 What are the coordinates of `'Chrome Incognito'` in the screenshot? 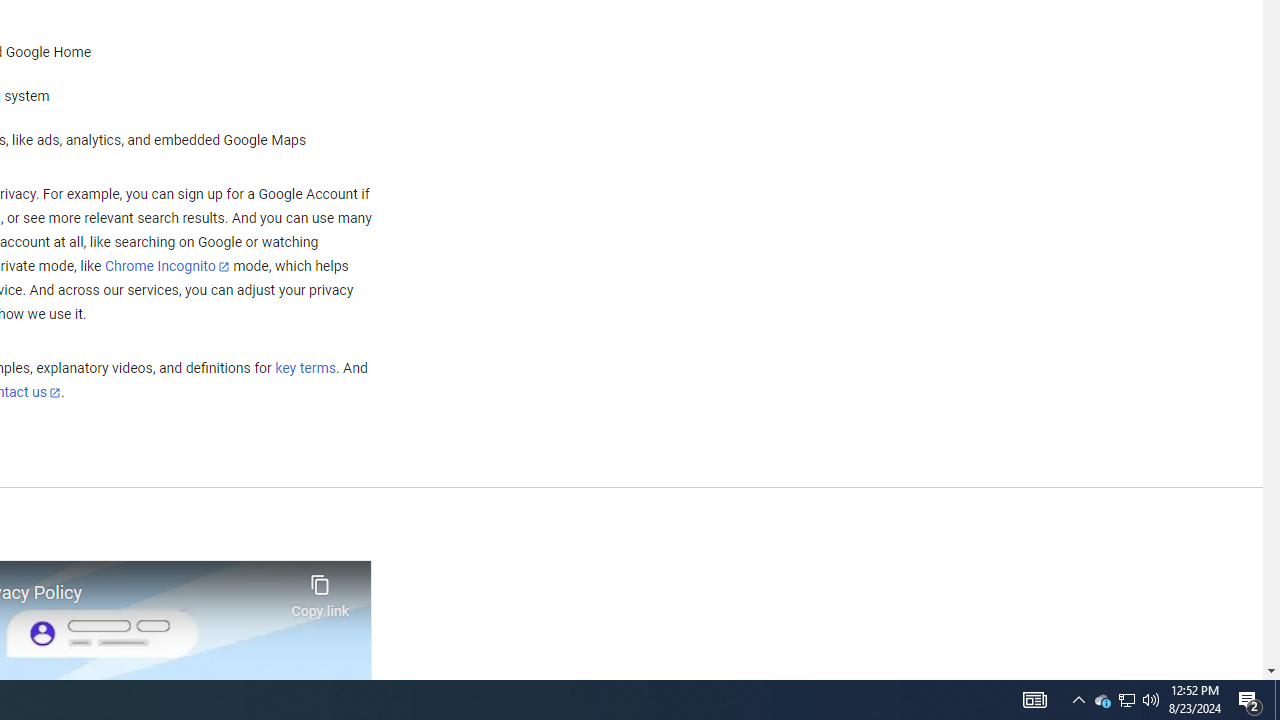 It's located at (167, 265).